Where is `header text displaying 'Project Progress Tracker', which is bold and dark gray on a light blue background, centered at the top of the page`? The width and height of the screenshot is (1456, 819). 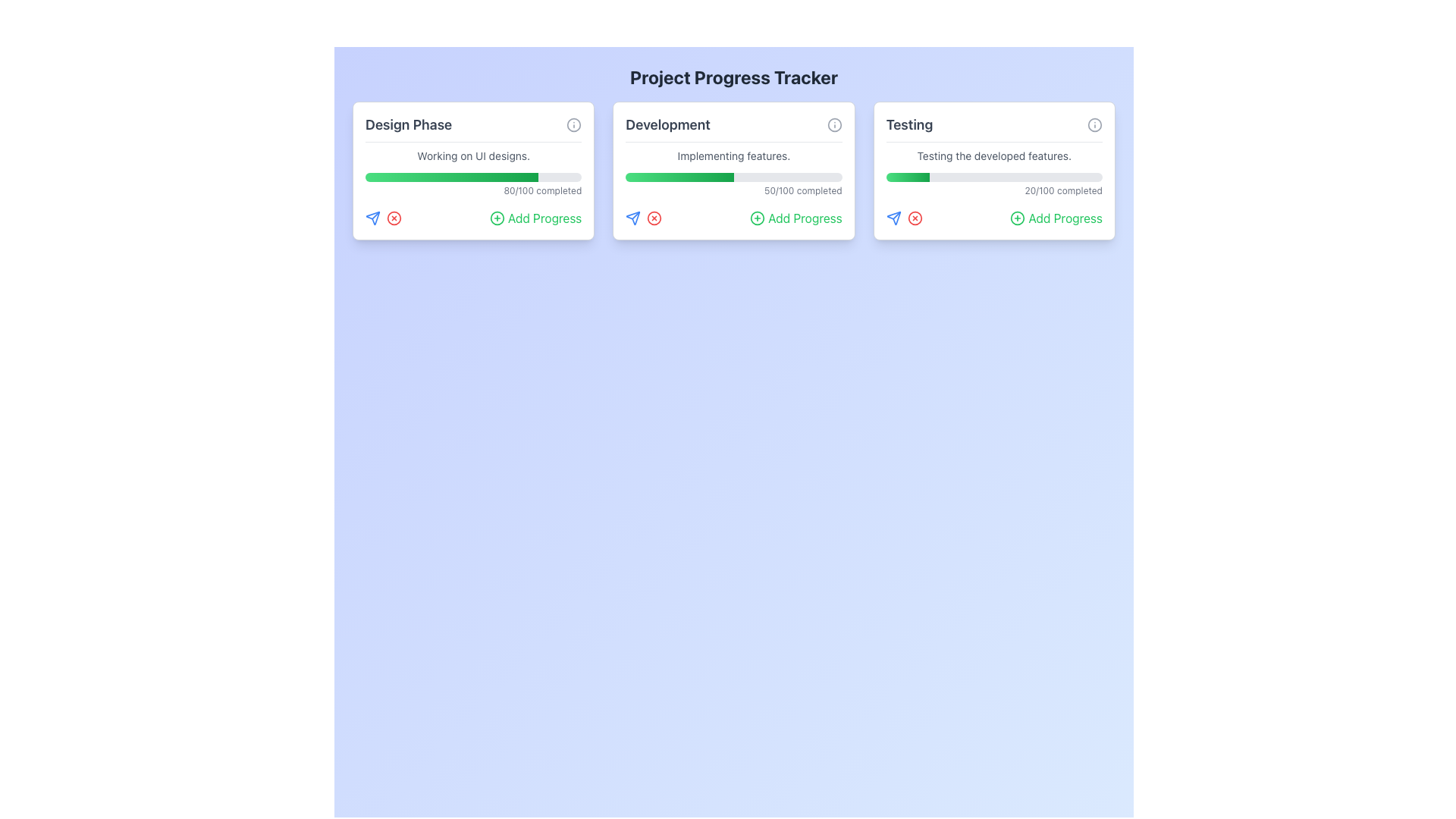
header text displaying 'Project Progress Tracker', which is bold and dark gray on a light blue background, centered at the top of the page is located at coordinates (734, 77).